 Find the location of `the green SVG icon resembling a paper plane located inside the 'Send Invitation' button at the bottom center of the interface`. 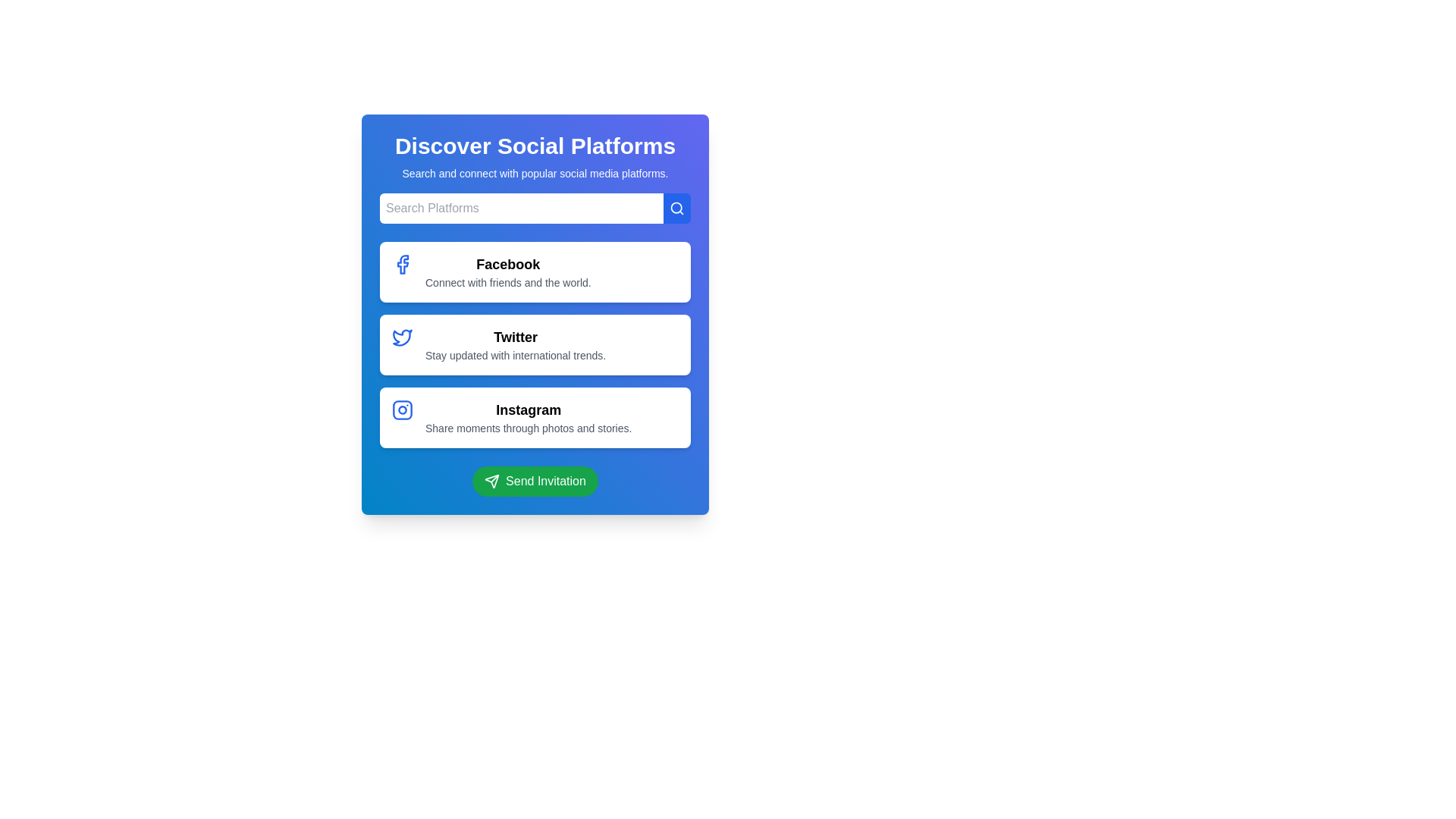

the green SVG icon resembling a paper plane located inside the 'Send Invitation' button at the bottom center of the interface is located at coordinates (492, 482).